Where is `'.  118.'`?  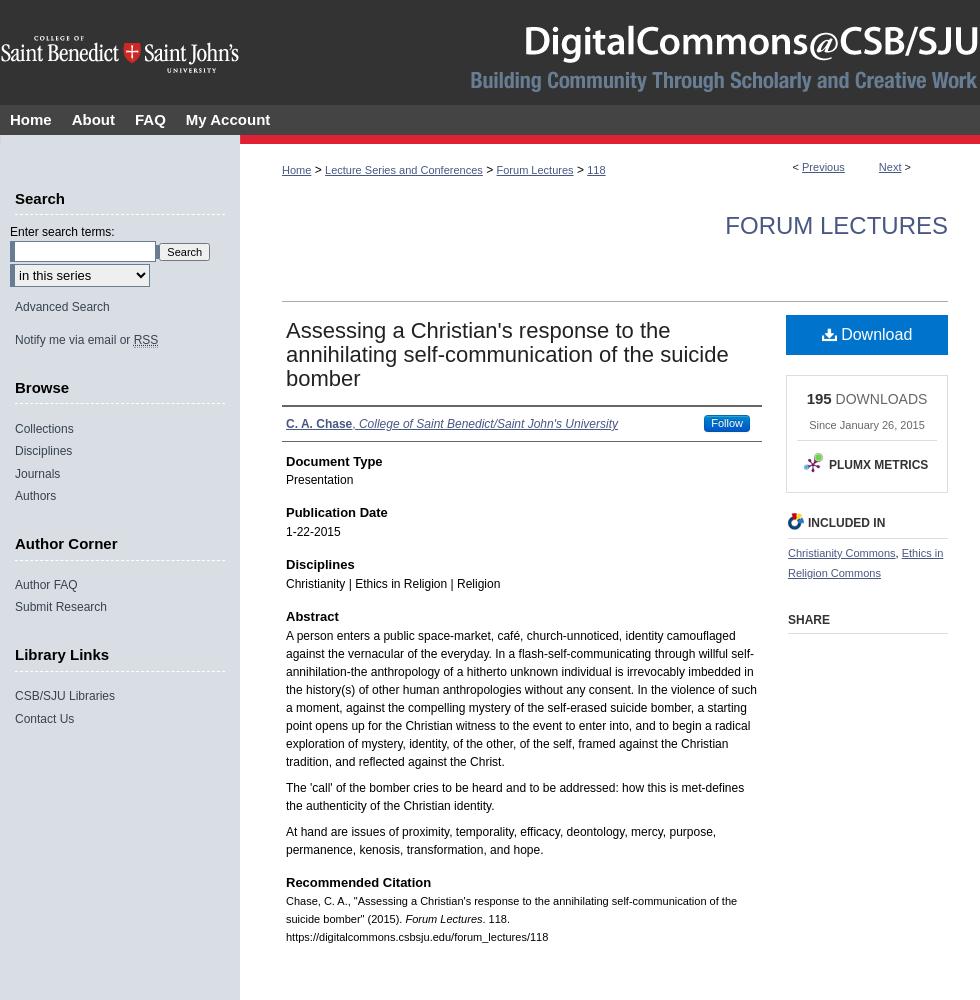 '.  118.' is located at coordinates (494, 919).